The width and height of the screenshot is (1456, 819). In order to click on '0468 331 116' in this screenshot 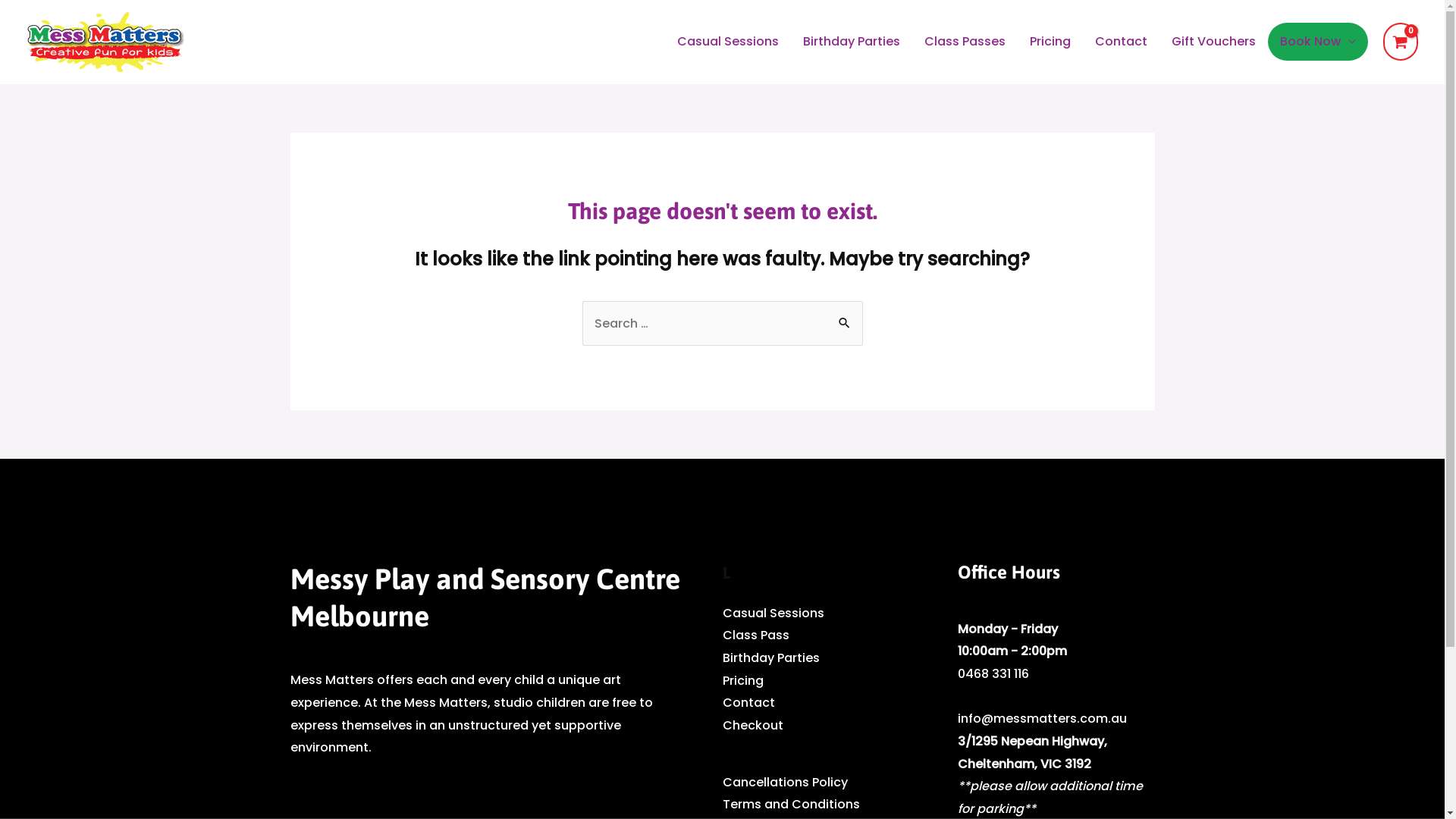, I will do `click(993, 673)`.